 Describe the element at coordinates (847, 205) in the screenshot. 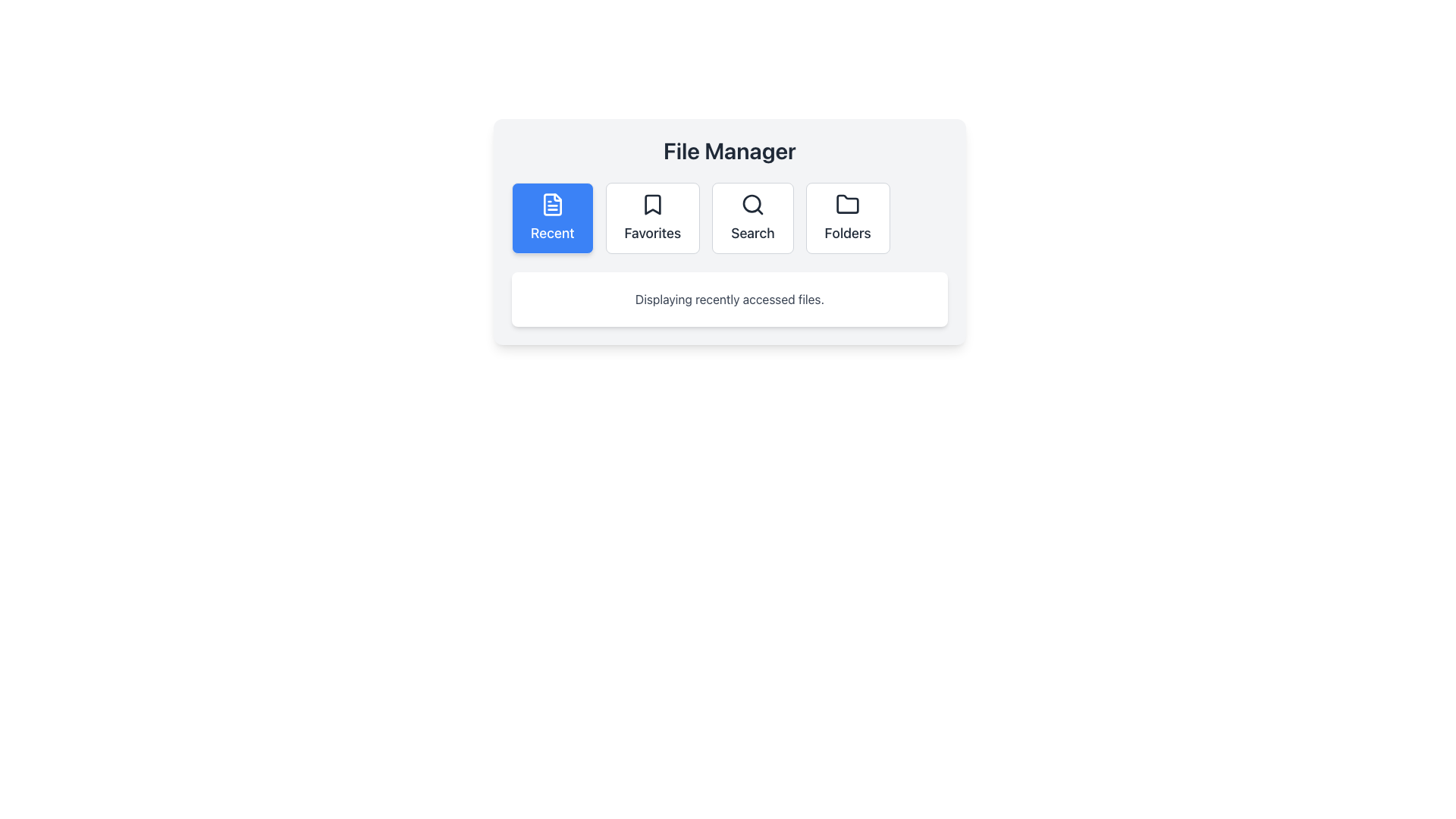

I see `the 'Folders' icon located on the far right of the row within the 'File Manager' panel` at that location.